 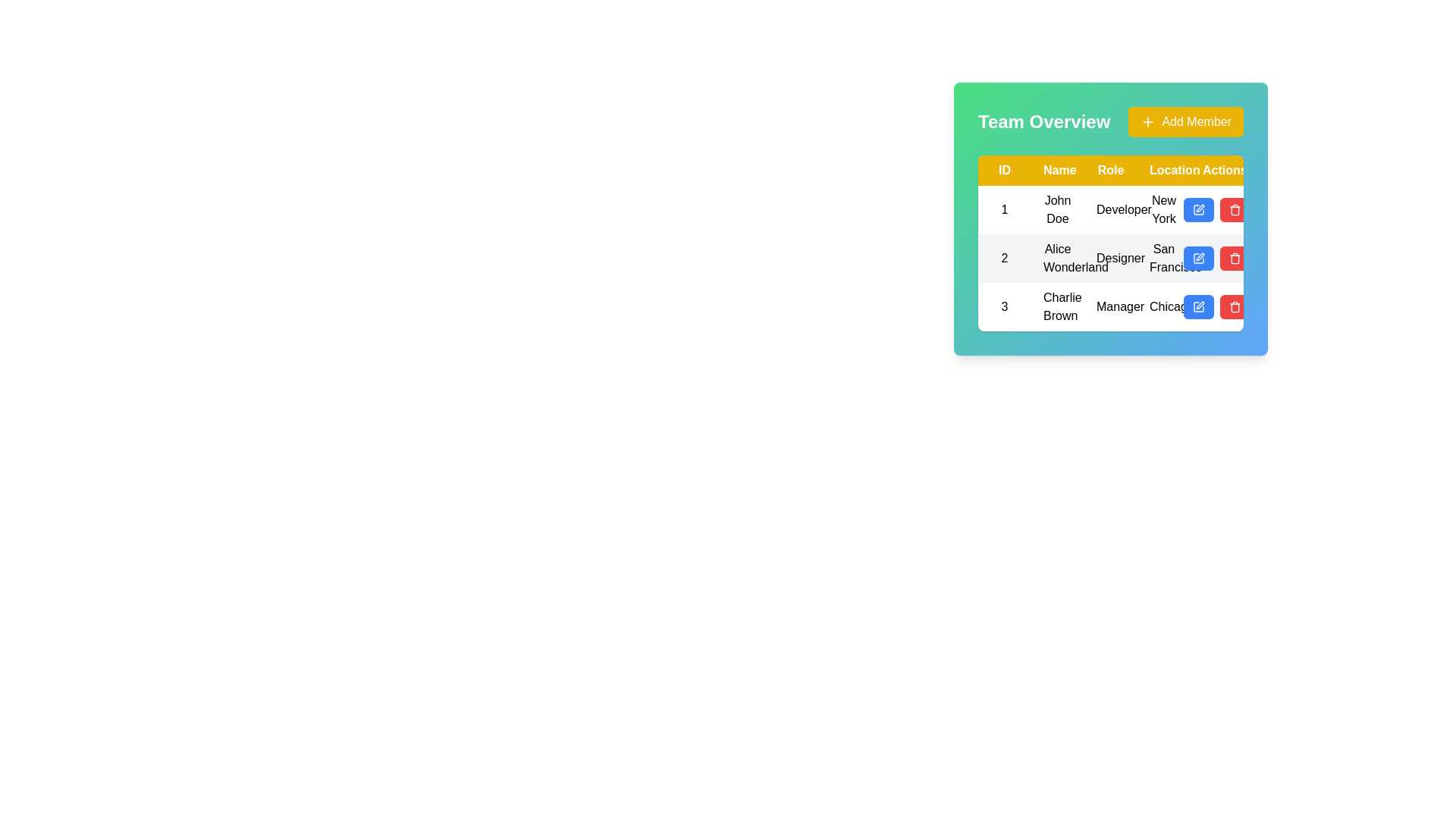 I want to click on the static text label displaying the job title or function, which is located in the third row and third column of the table, positioned to the right of 'Charlie Brown' and to the left of 'Chicago', so click(x=1110, y=307).